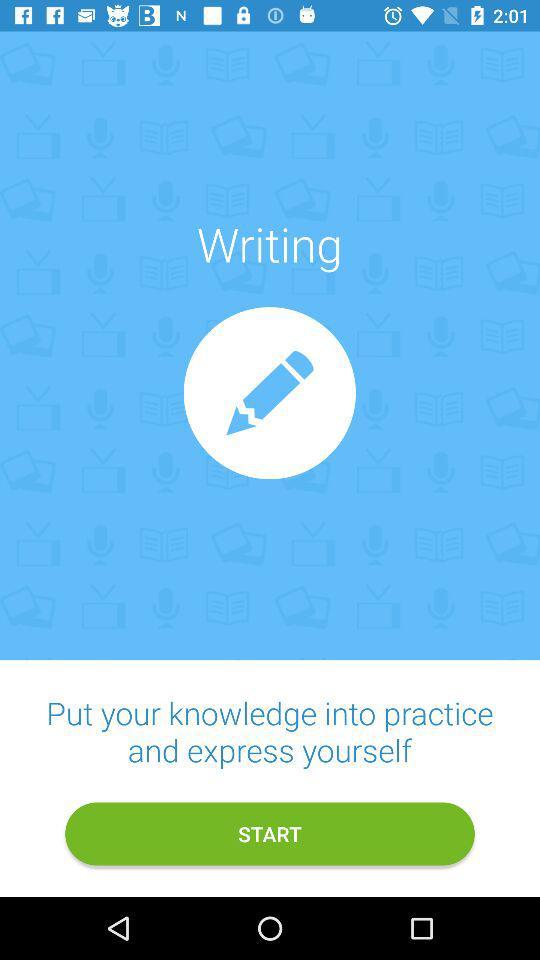 The image size is (540, 960). Describe the element at coordinates (270, 834) in the screenshot. I see `start icon` at that location.